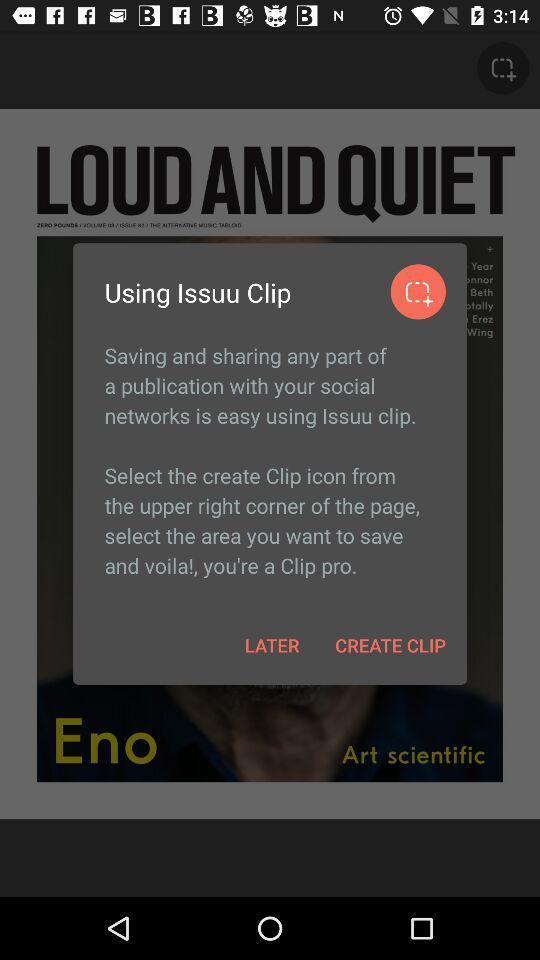  I want to click on the icon at the bottom, so click(271, 644).